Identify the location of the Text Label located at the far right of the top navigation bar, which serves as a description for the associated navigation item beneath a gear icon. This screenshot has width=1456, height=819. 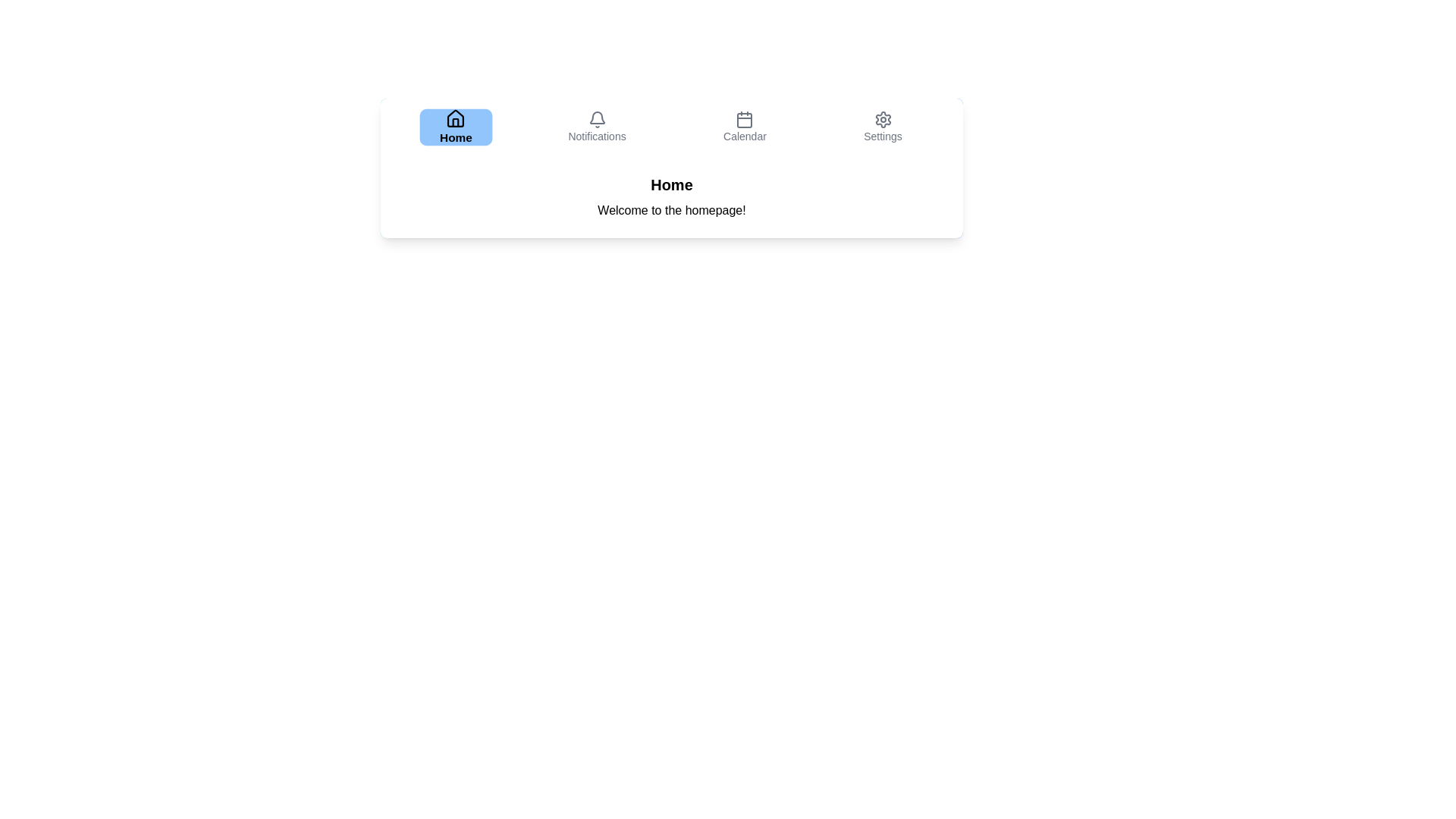
(883, 136).